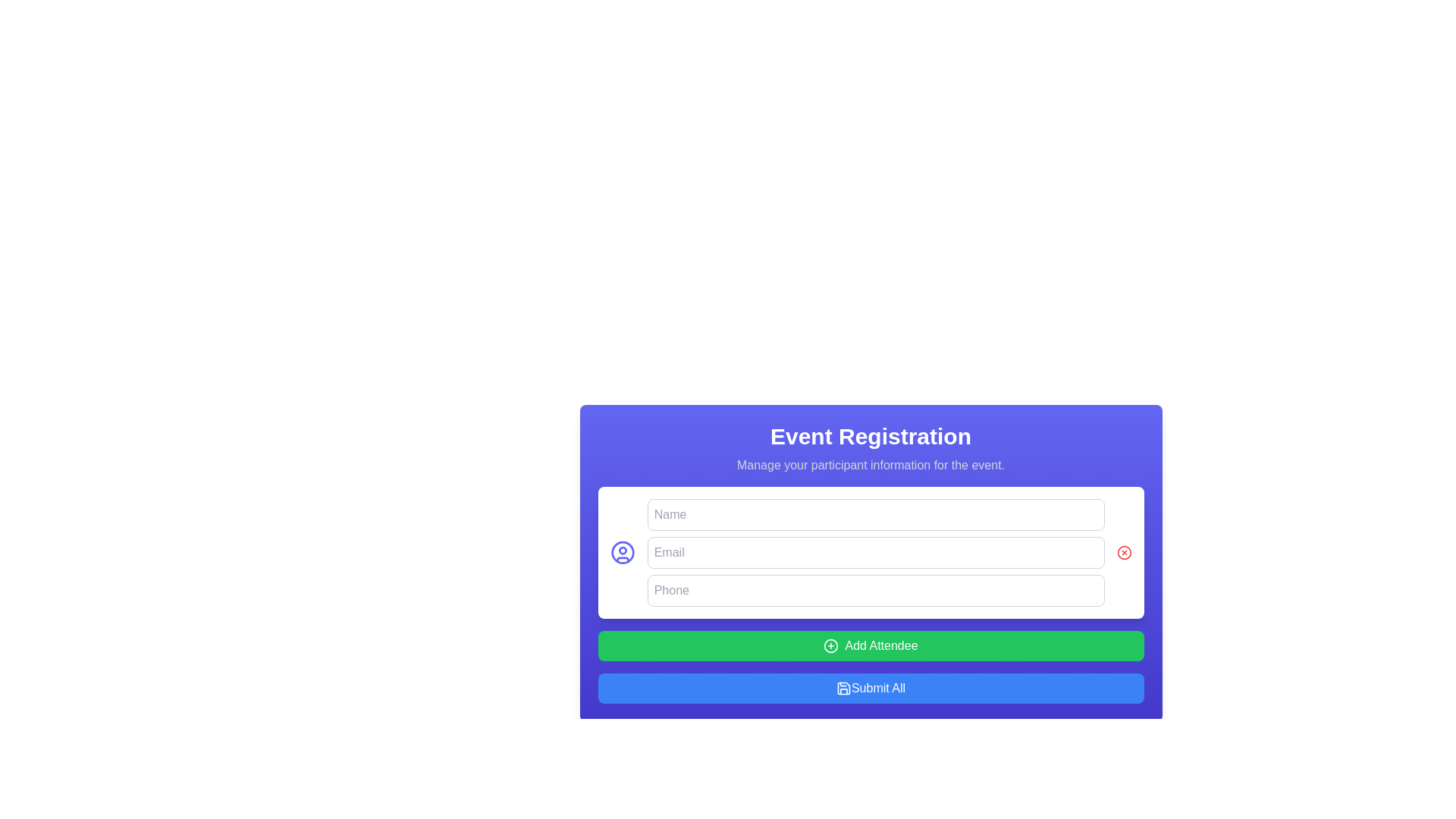  What do you see at coordinates (1124, 553) in the screenshot?
I see `the circular shape within the close button icon located to the far right side of the input fields in the event form` at bounding box center [1124, 553].